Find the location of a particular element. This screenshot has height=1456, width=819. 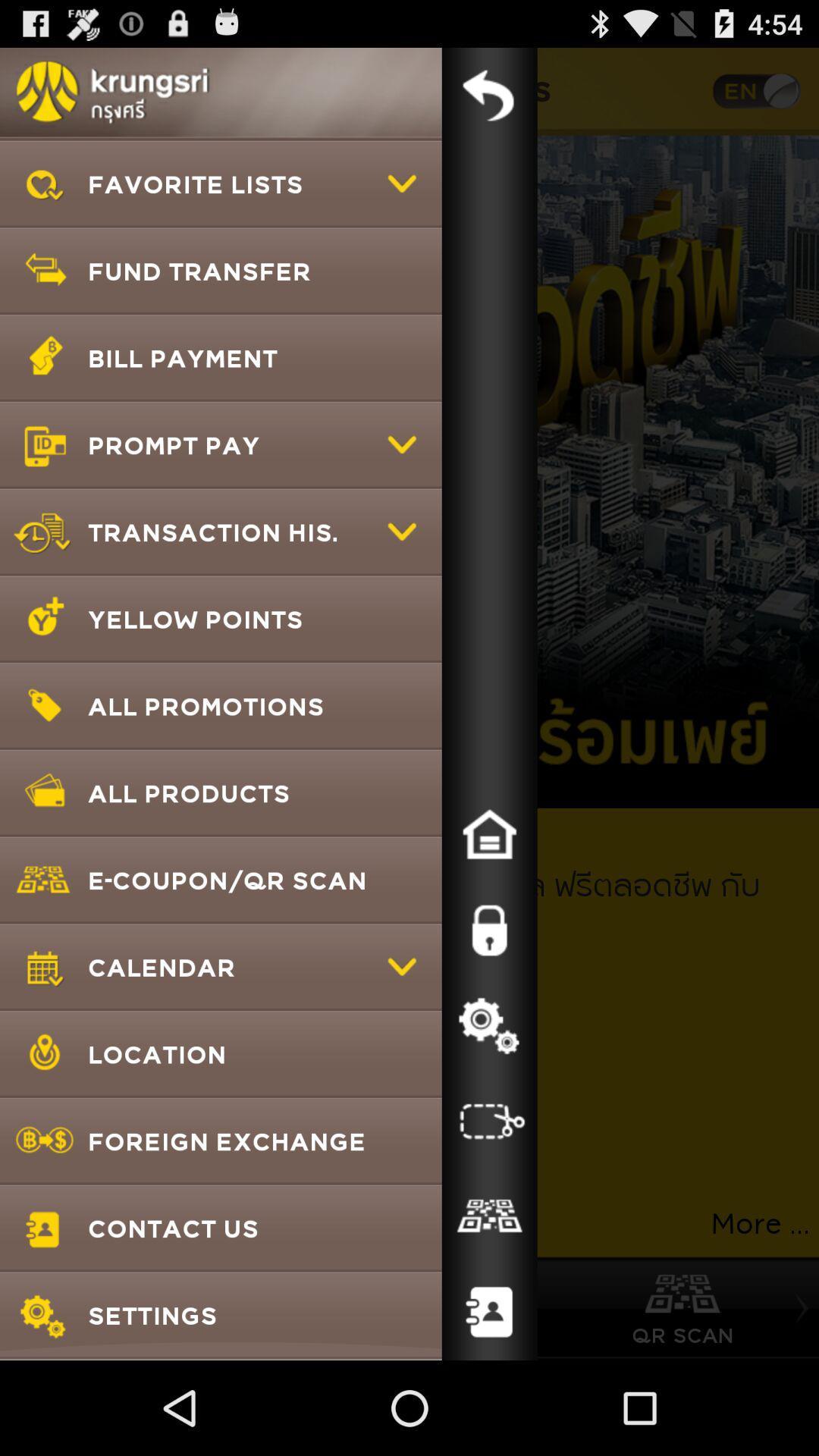

settings is located at coordinates (489, 1026).